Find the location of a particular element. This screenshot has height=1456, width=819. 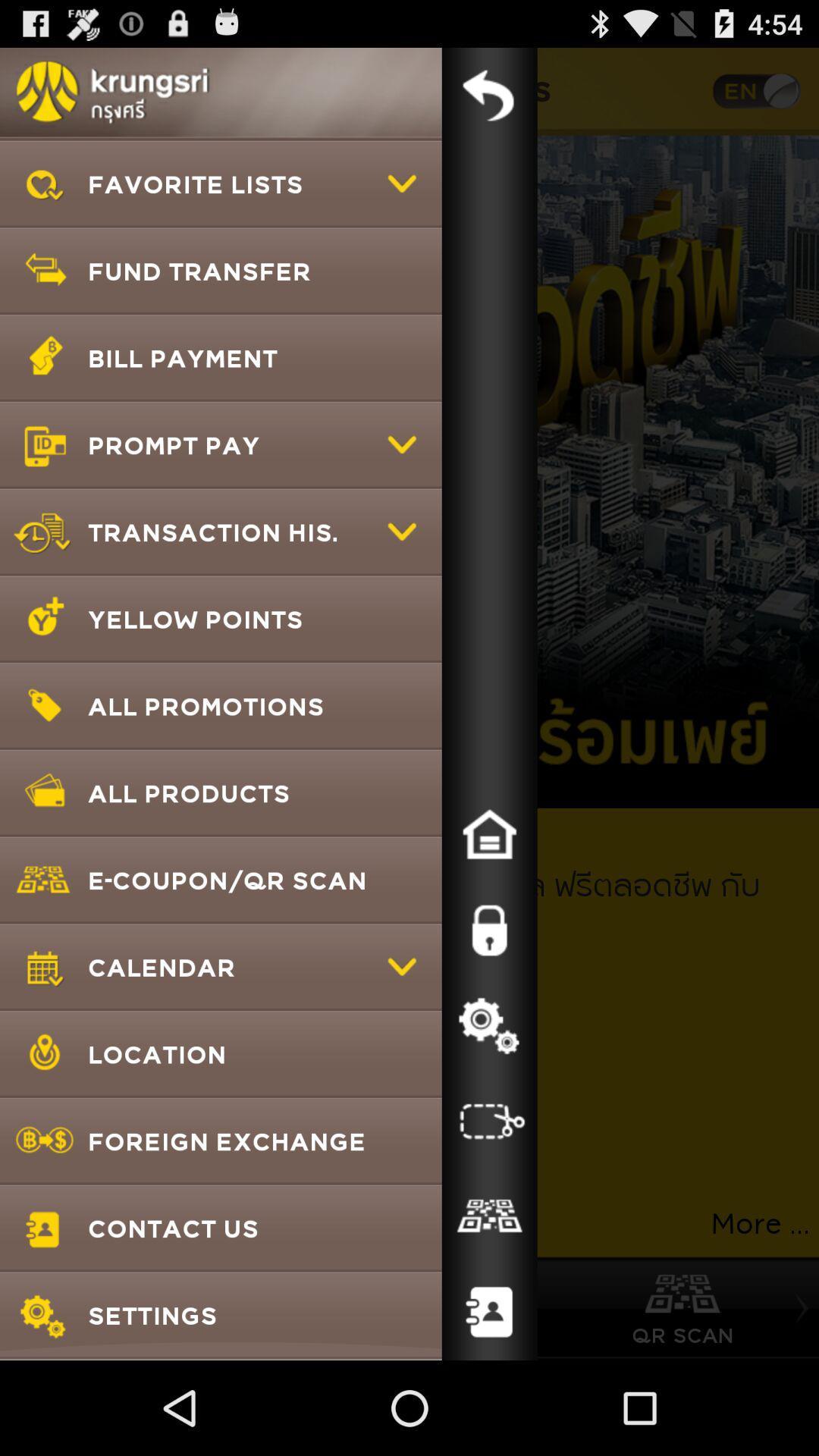

settings is located at coordinates (489, 1026).